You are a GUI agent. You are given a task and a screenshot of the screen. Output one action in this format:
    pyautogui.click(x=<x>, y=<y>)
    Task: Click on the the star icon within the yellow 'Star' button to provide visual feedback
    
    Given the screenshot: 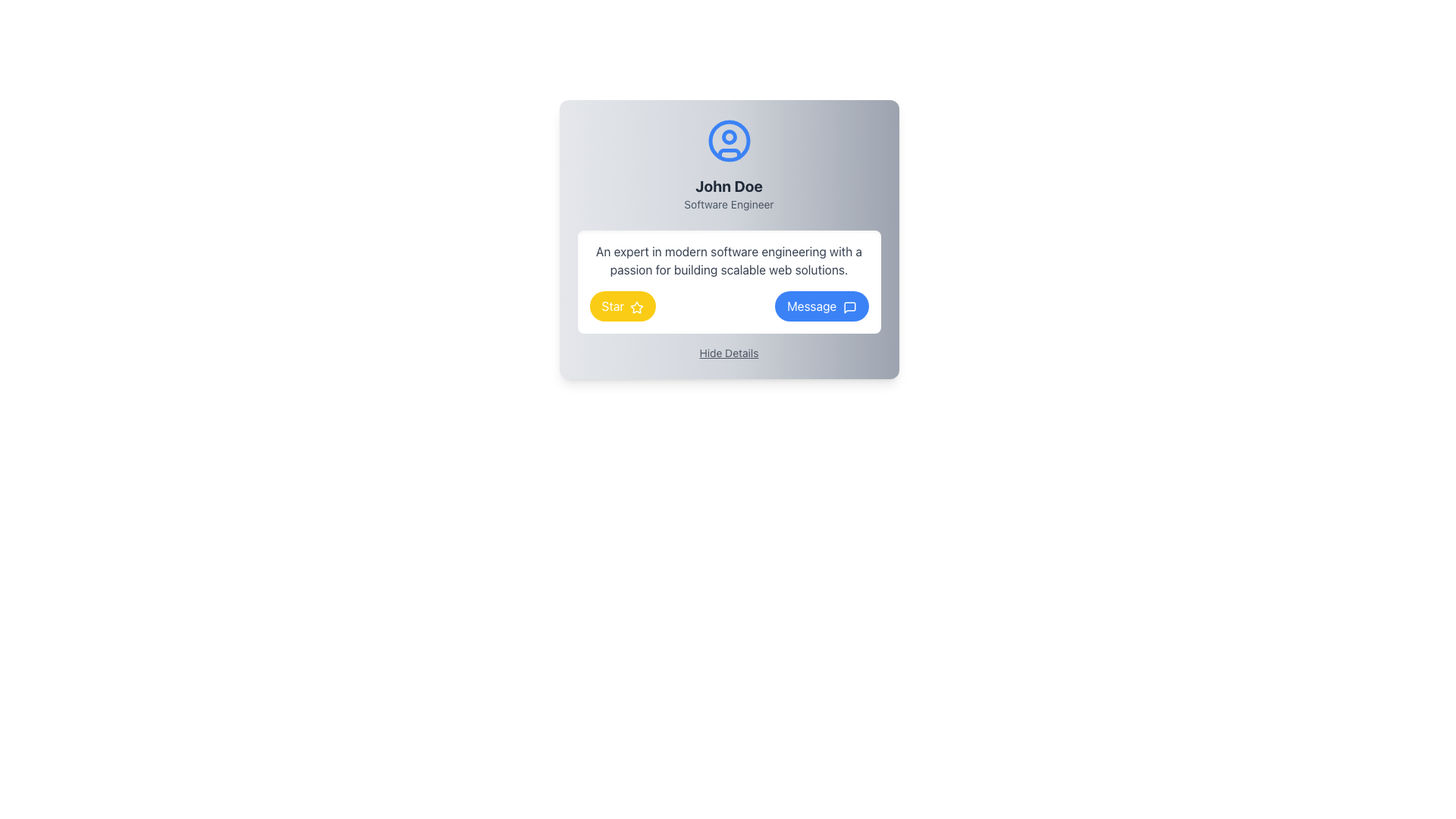 What is the action you would take?
    pyautogui.click(x=637, y=307)
    